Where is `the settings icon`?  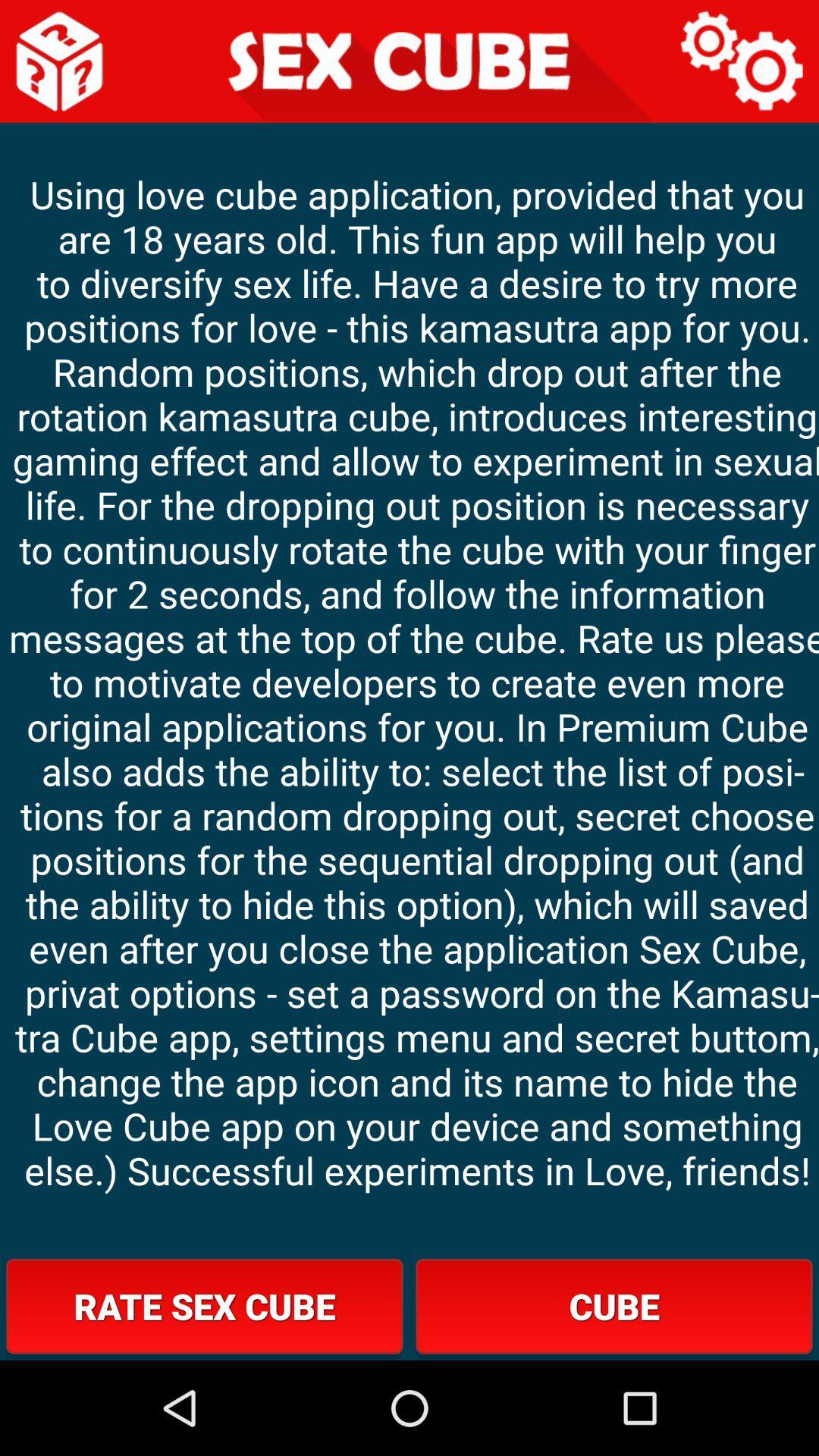 the settings icon is located at coordinates (742, 64).